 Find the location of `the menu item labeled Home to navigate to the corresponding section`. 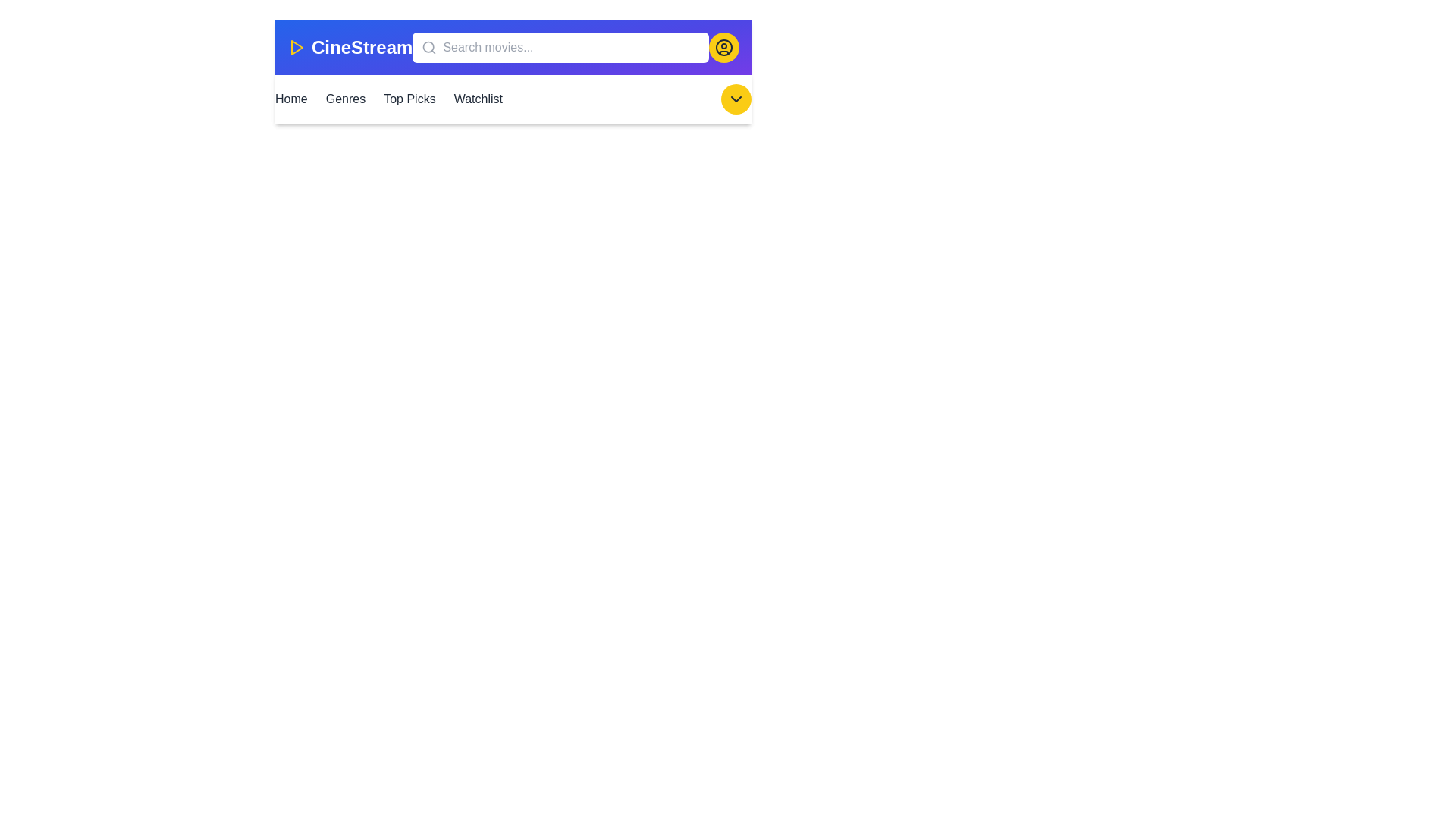

the menu item labeled Home to navigate to the corresponding section is located at coordinates (291, 99).